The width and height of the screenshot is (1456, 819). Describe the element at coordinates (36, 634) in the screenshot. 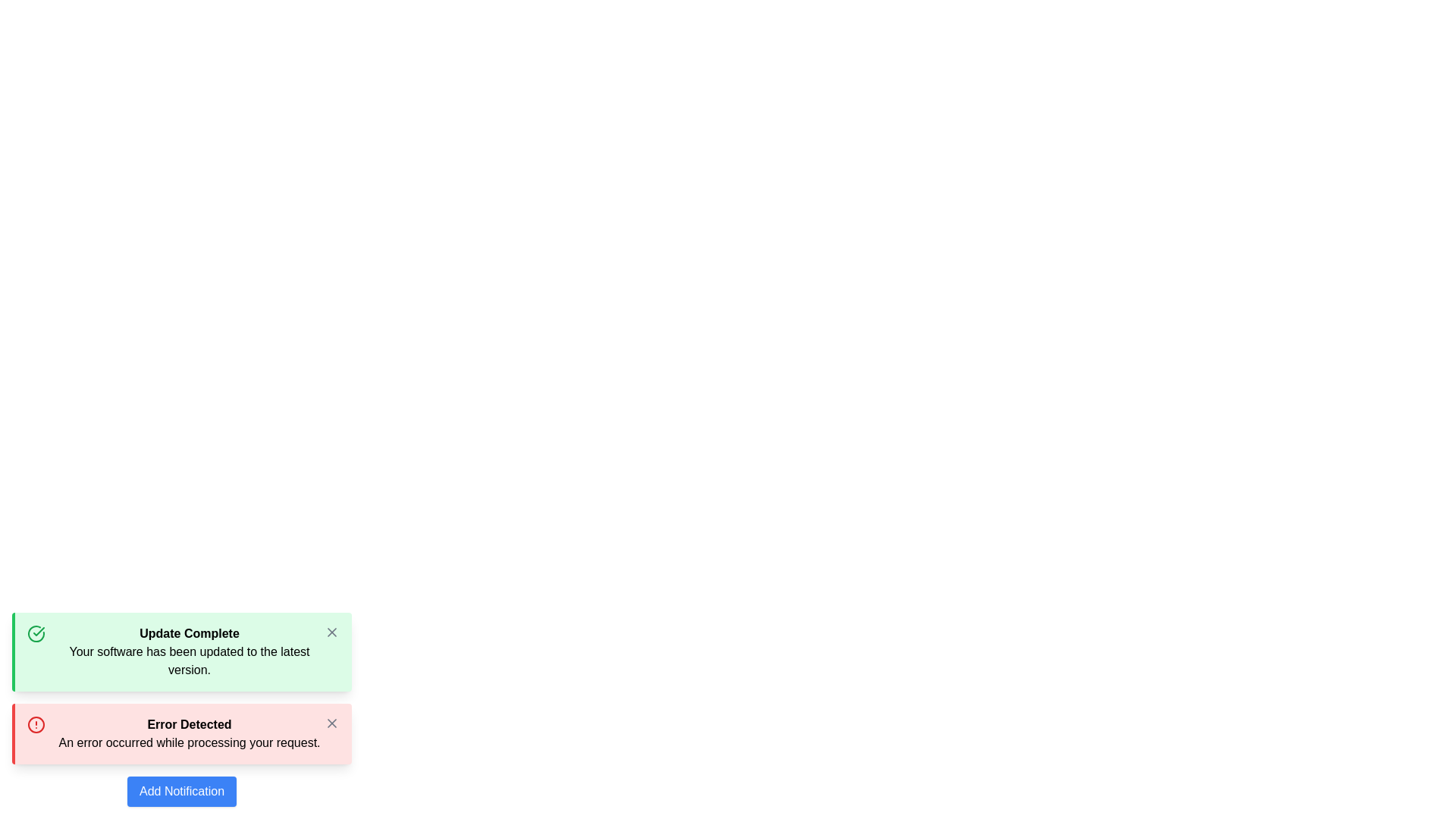

I see `the checkmark icon that indicates successful completion of the update process, located at the top-left corner of the green notification card` at that location.